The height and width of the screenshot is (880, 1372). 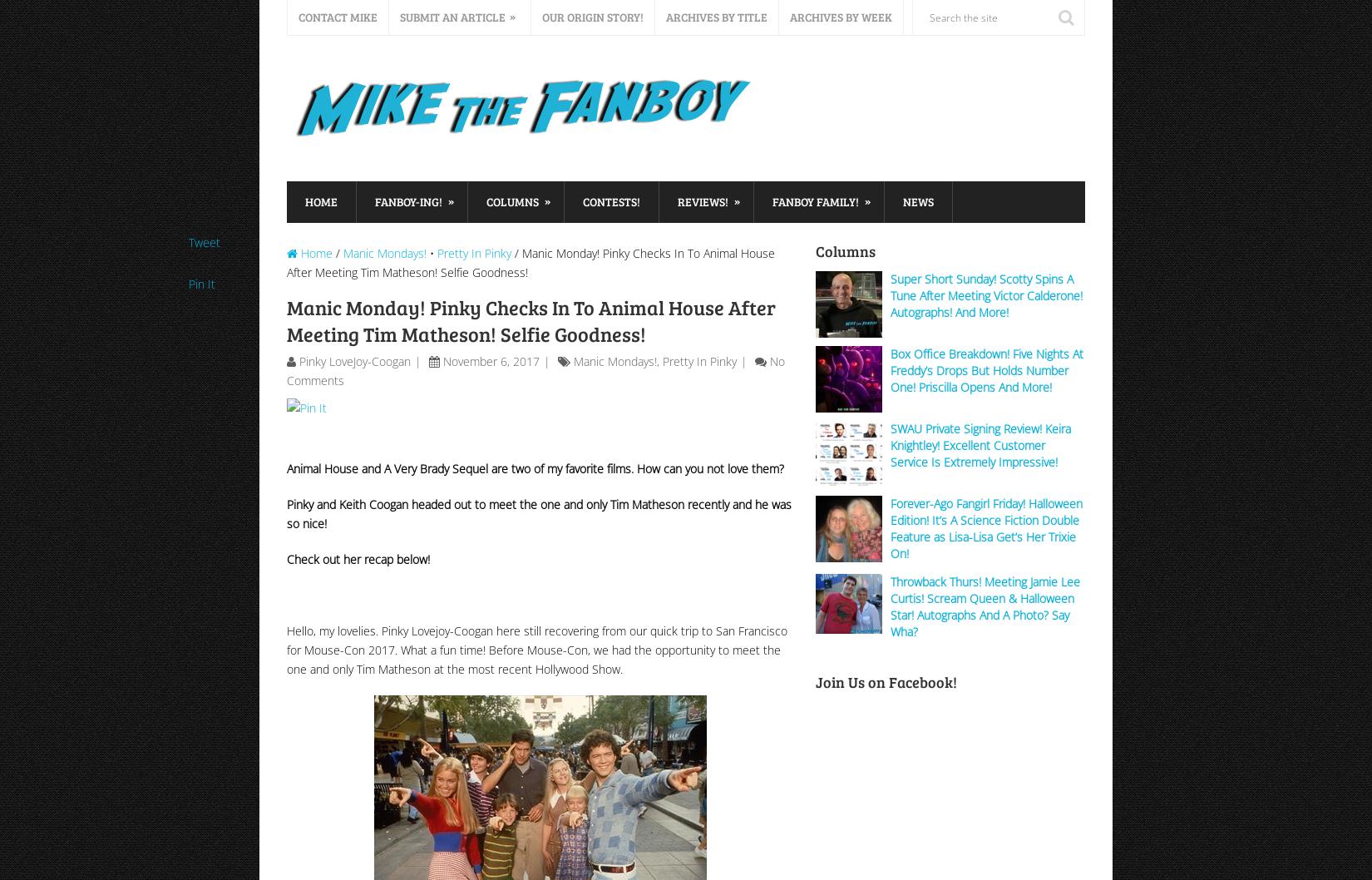 I want to click on 'Pin It', so click(x=202, y=283).